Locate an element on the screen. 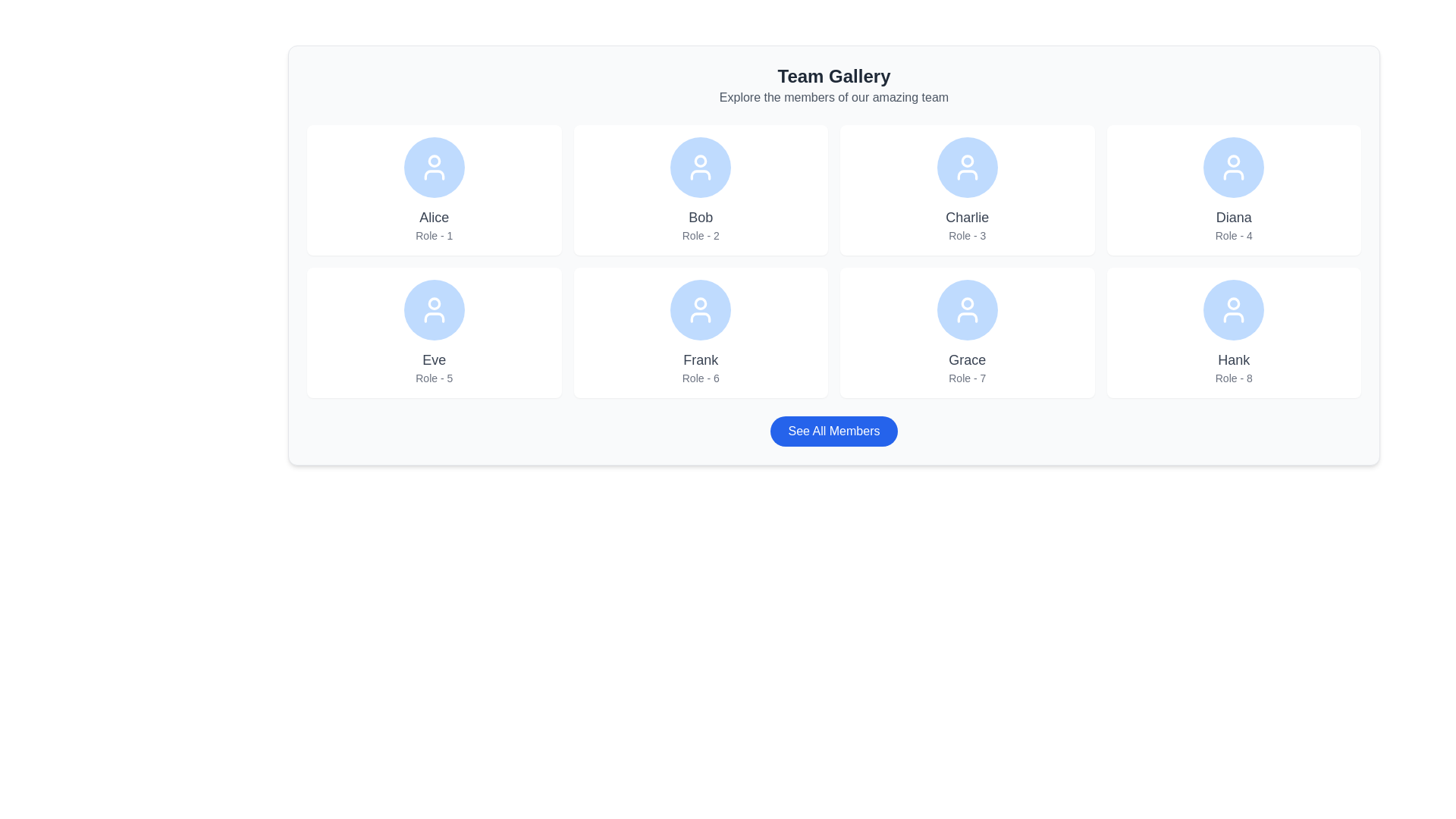 The image size is (1456, 819). the text label displaying the name 'Frank' located in the middle column of the bottom row of a grid layout, positioned above the label 'Role - 6' and below the profile icon is located at coordinates (700, 359).